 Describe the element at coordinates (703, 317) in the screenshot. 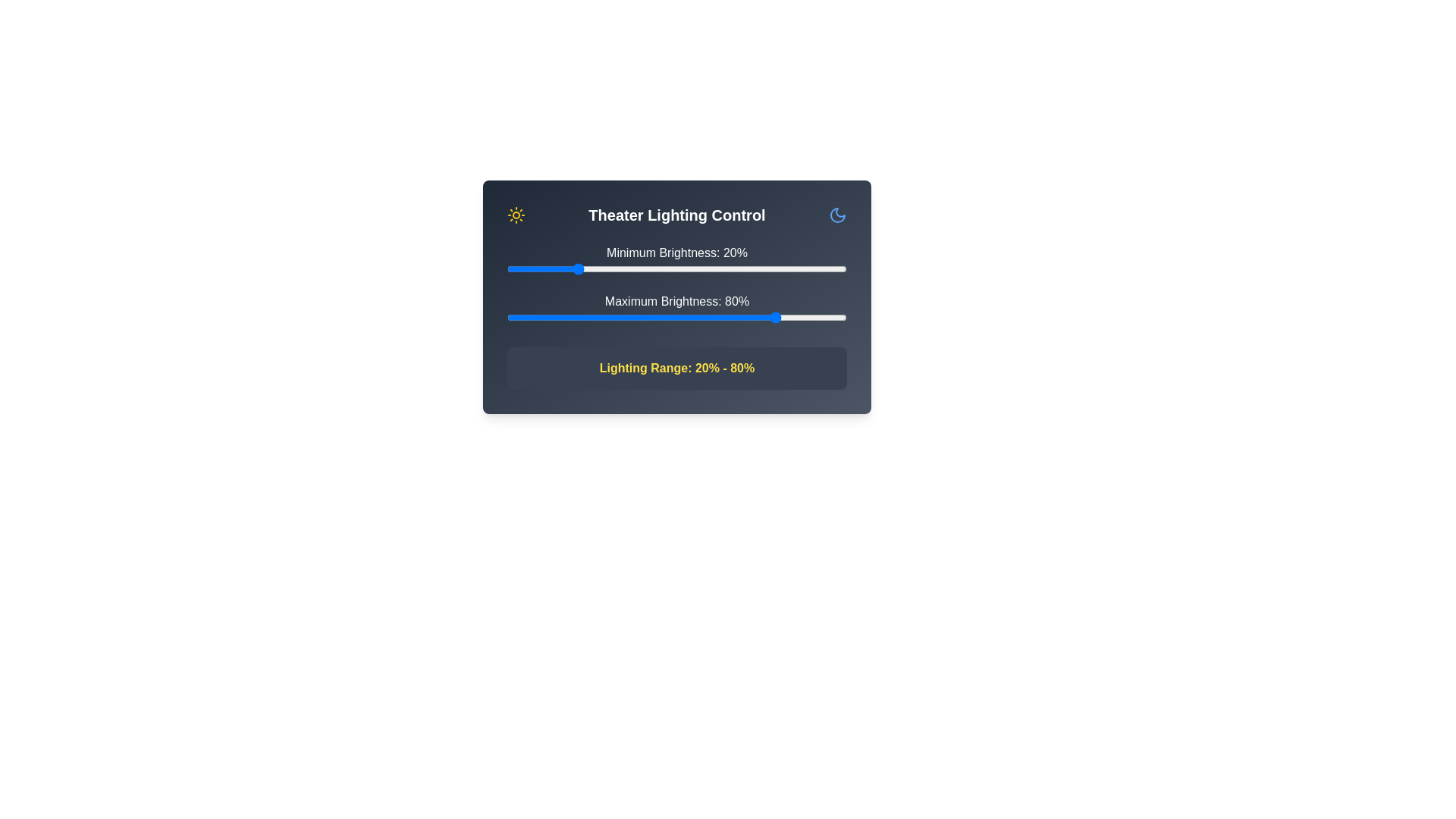

I see `the maximum brightness slider to 58%` at that location.